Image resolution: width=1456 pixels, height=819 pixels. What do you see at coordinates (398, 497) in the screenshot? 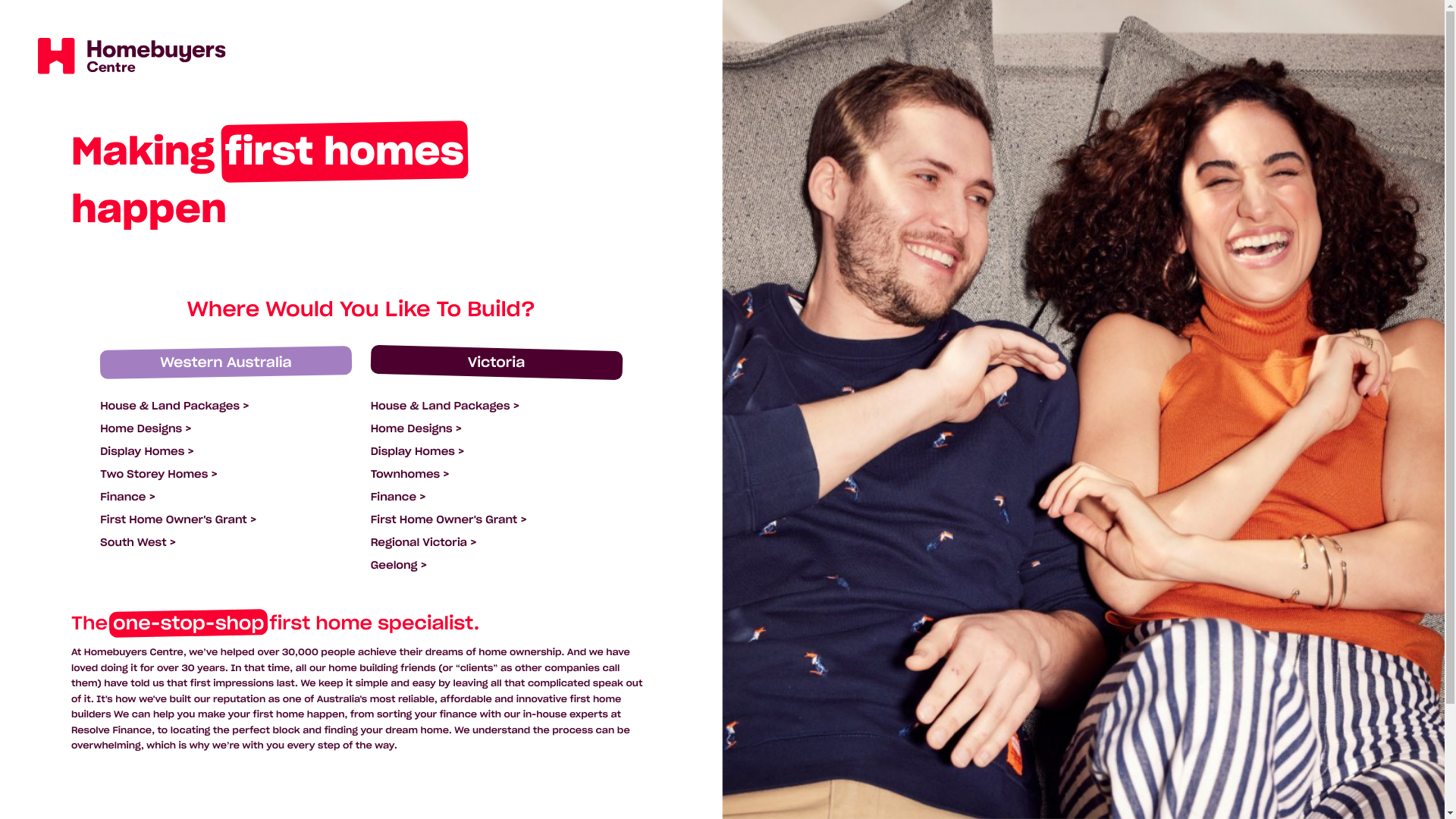
I see `'Finance >'` at bounding box center [398, 497].